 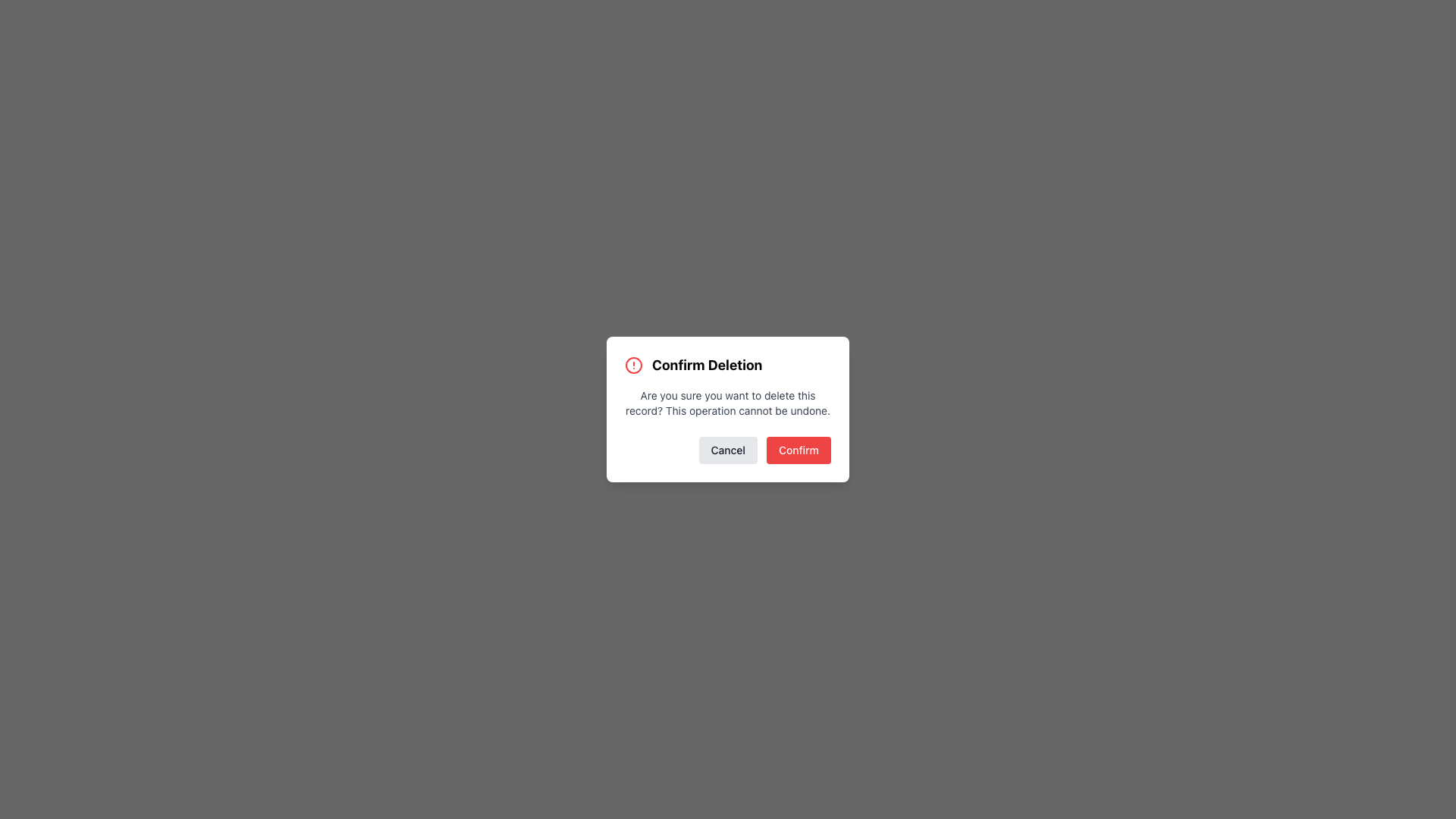 I want to click on the red circular alert icon with a vertical exclamation line, which signifies an error or warning, positioned to the left of the 'Confirm Deletion' text inside a modal window, so click(x=633, y=366).